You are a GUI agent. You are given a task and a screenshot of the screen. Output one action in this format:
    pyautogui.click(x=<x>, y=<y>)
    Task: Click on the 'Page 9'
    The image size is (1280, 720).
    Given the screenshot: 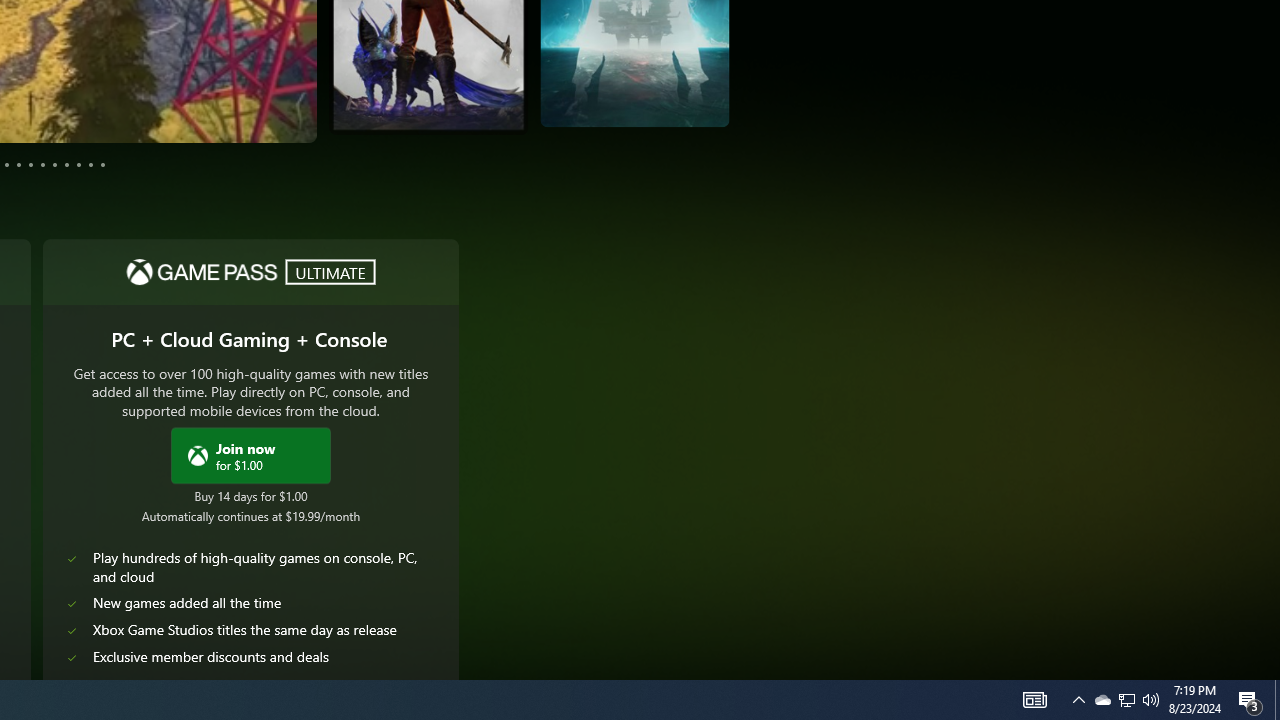 What is the action you would take?
    pyautogui.click(x=67, y=163)
    